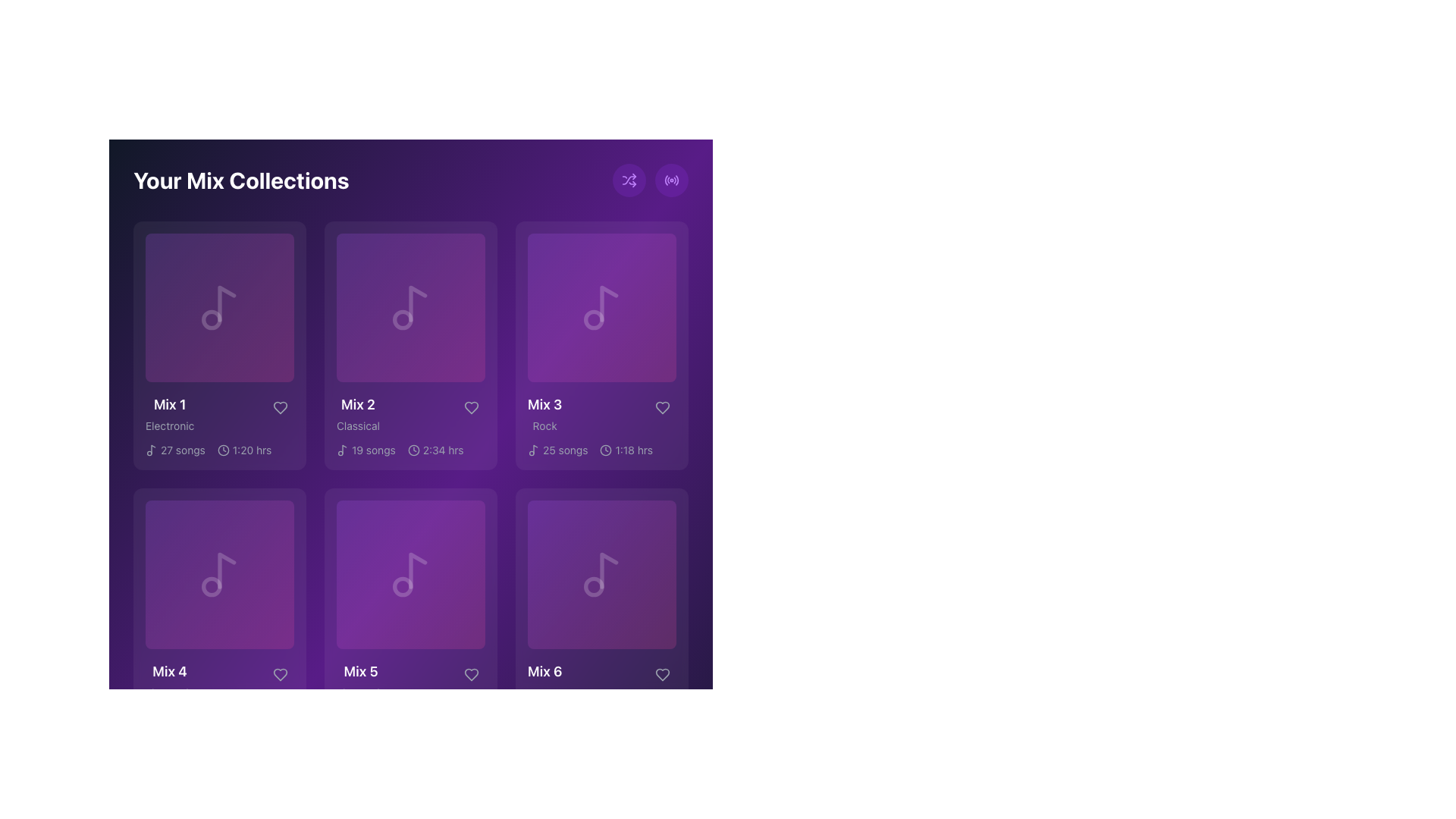 Image resolution: width=1456 pixels, height=819 pixels. Describe the element at coordinates (344, 448) in the screenshot. I see `the musical note icon located at the top-right part of the SVG graphic underneath the card labeled 'Mix 2'` at that location.